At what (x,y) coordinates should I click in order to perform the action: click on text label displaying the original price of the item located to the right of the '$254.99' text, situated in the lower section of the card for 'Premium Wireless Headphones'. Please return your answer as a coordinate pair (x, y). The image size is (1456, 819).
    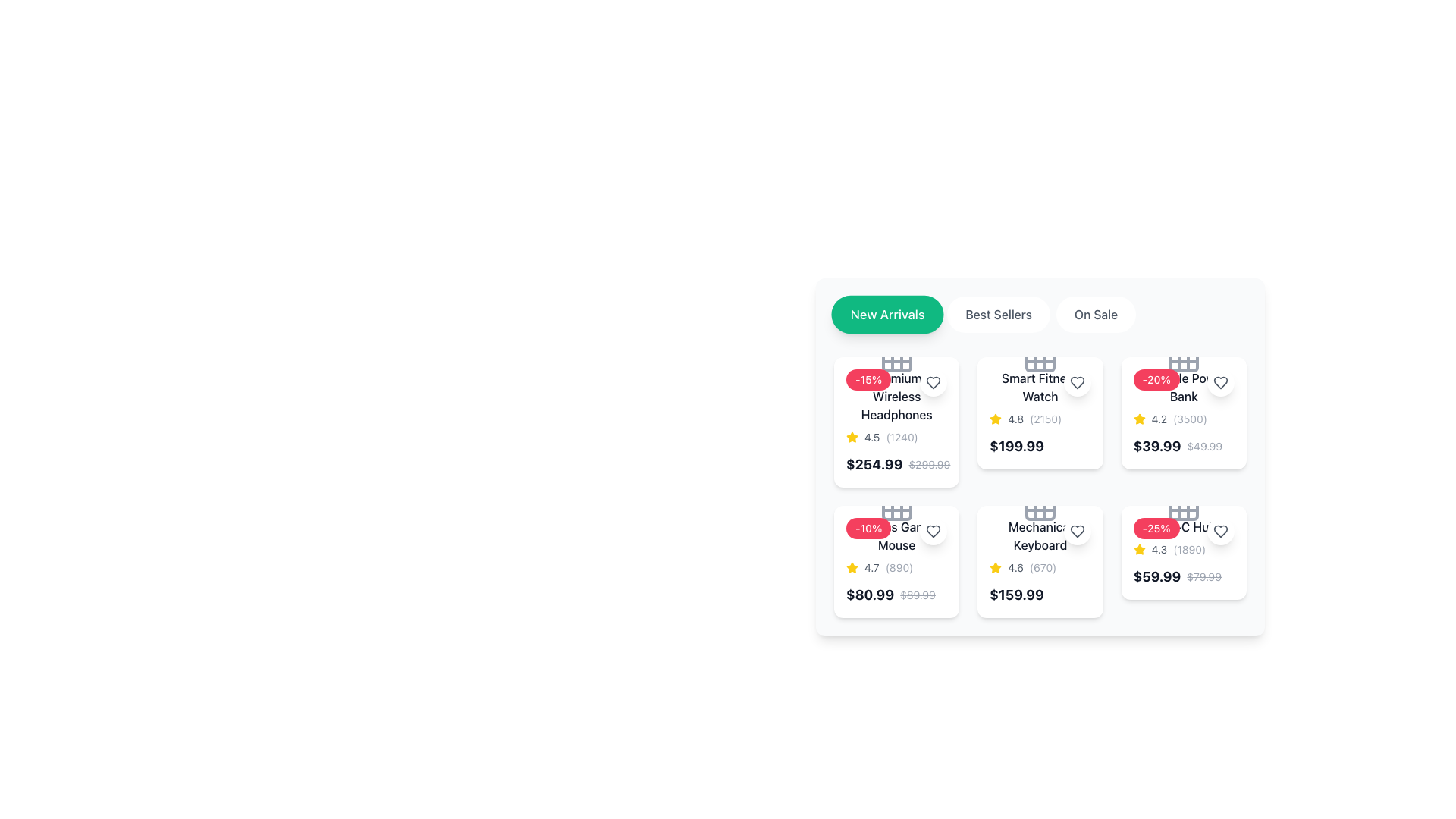
    Looking at the image, I should click on (928, 464).